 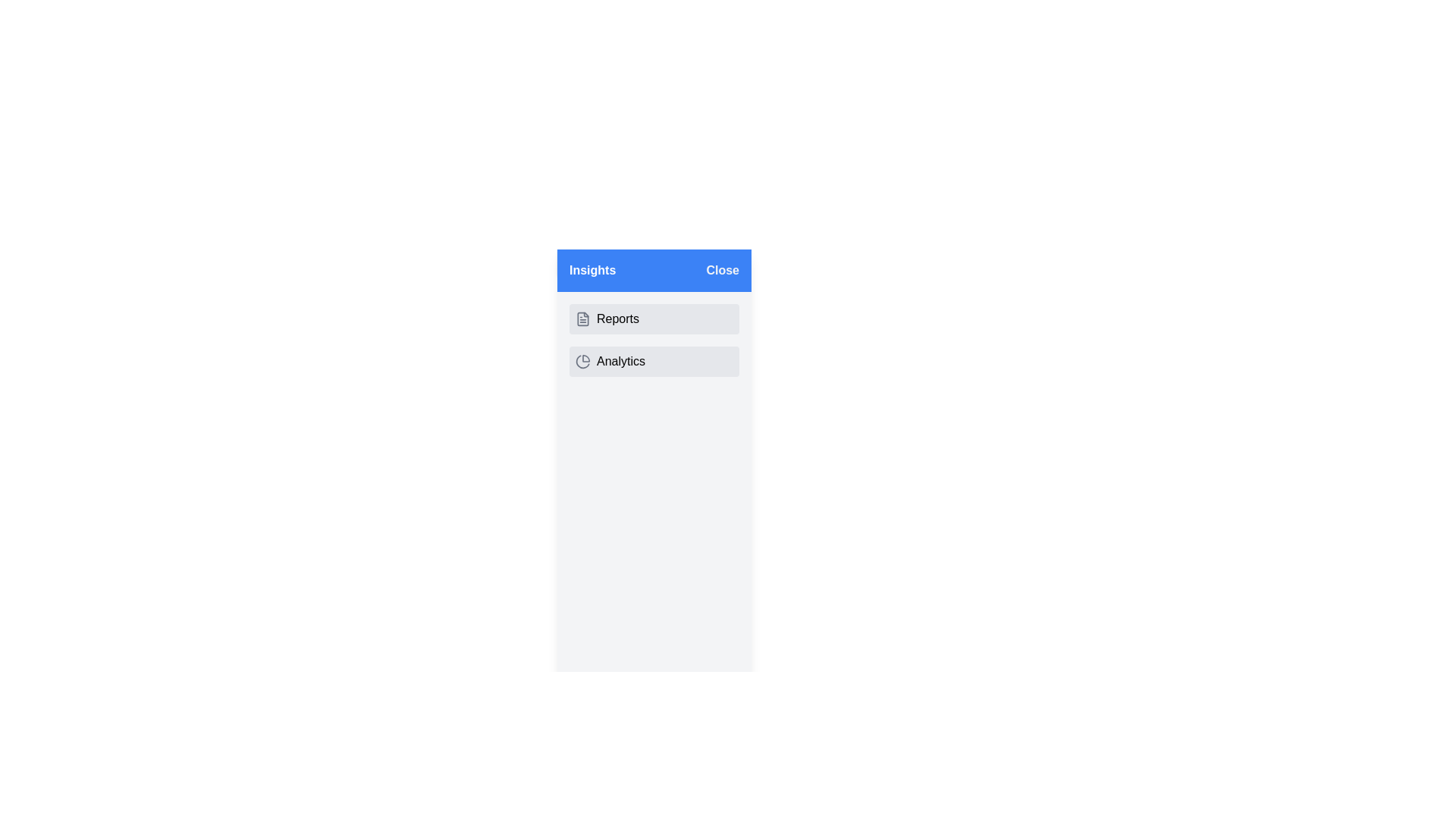 I want to click on the menu selection list element in the sidebar to interact with the 'Reports' or 'Analytics' options, so click(x=654, y=339).